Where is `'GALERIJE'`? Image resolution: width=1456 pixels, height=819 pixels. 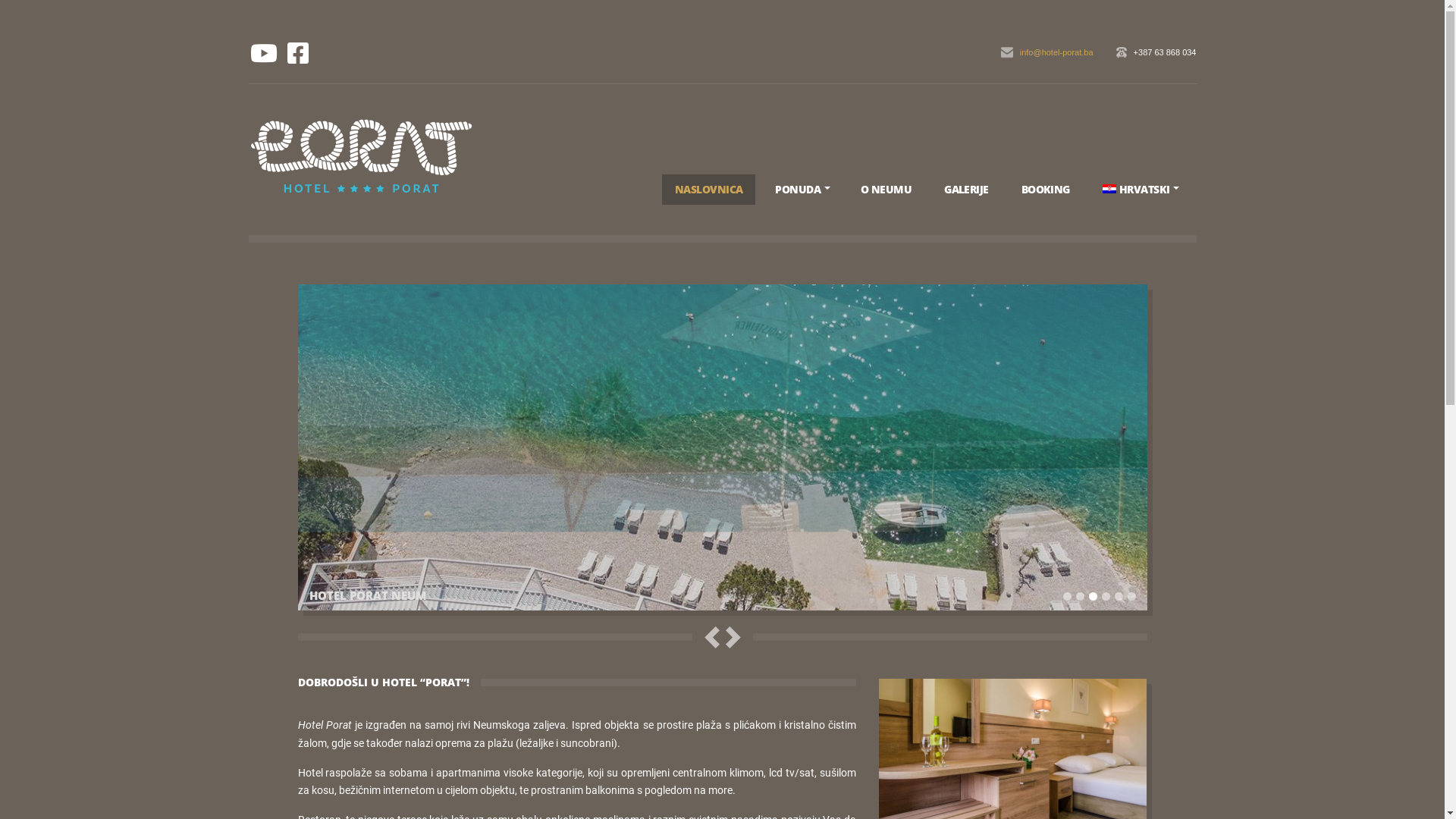 'GALERIJE' is located at coordinates (965, 189).